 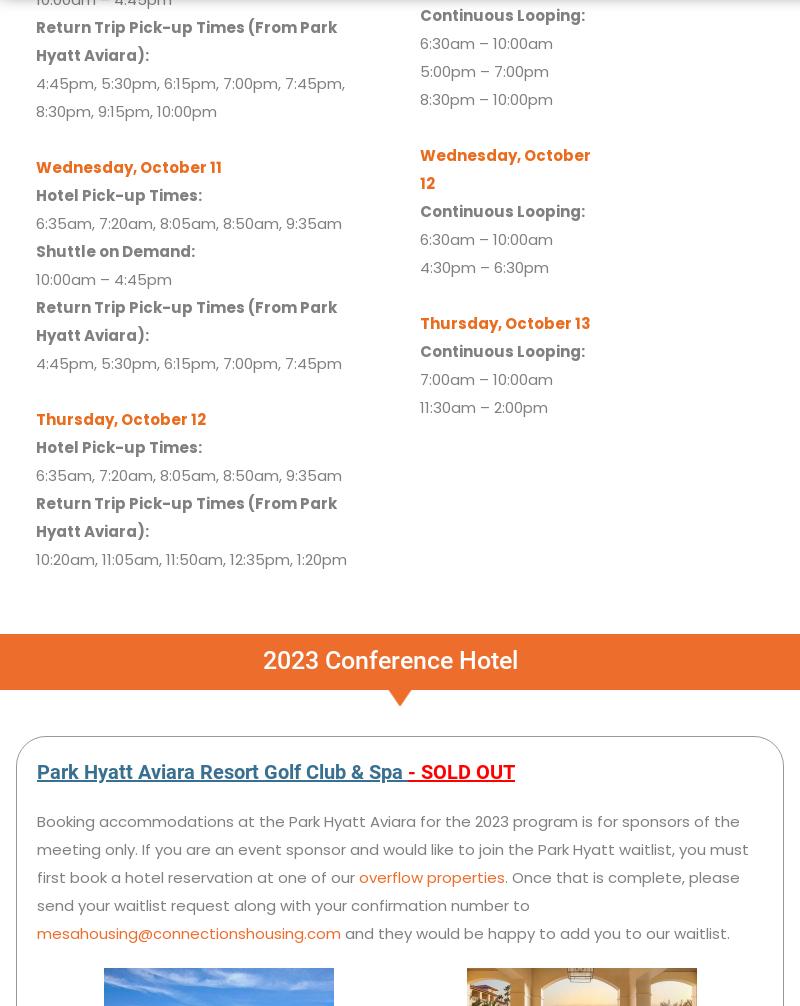 What do you see at coordinates (460, 769) in the screenshot?
I see `'- SOLD OUT'` at bounding box center [460, 769].